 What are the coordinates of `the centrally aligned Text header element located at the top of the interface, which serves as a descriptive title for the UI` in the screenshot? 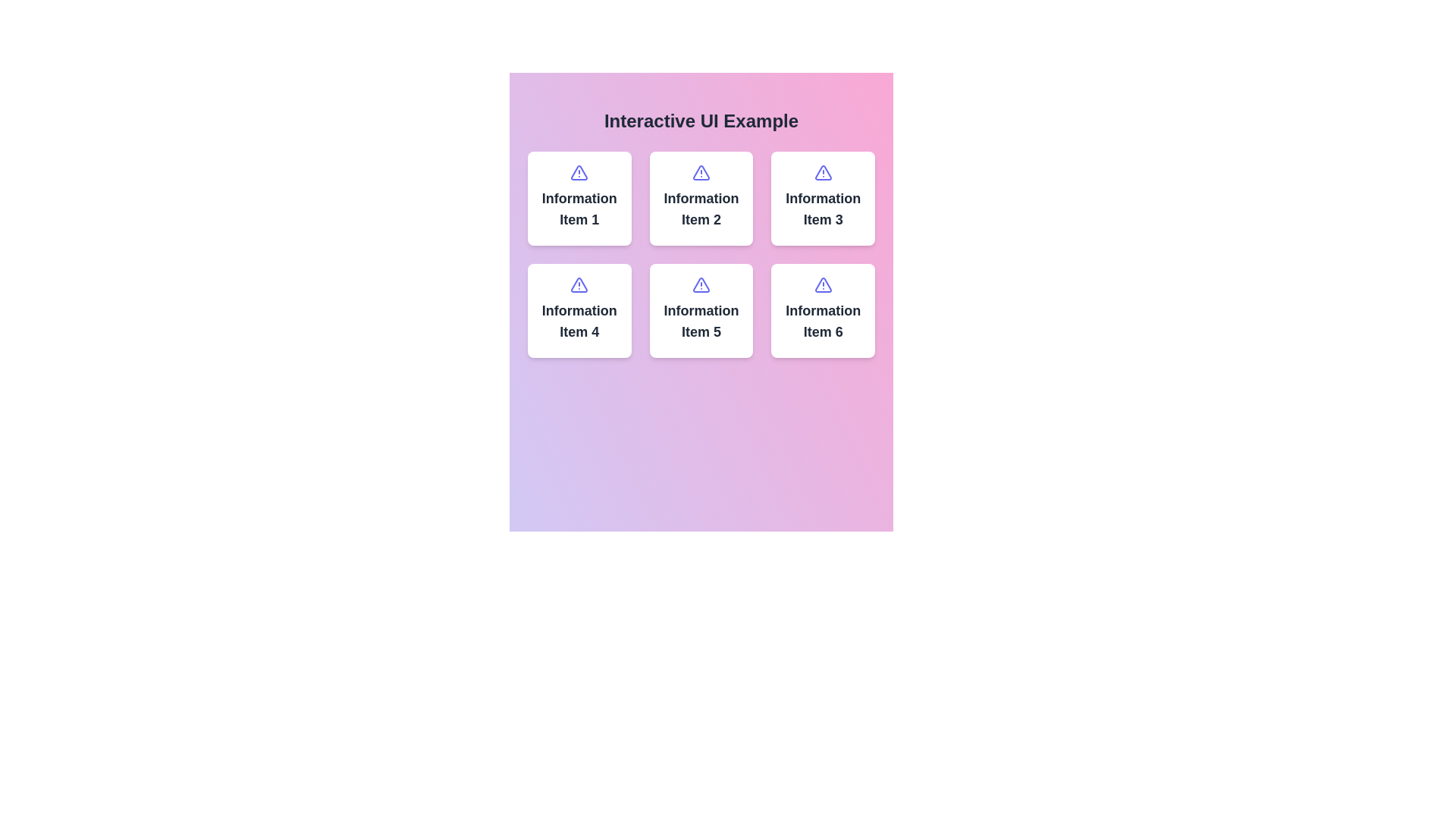 It's located at (701, 120).